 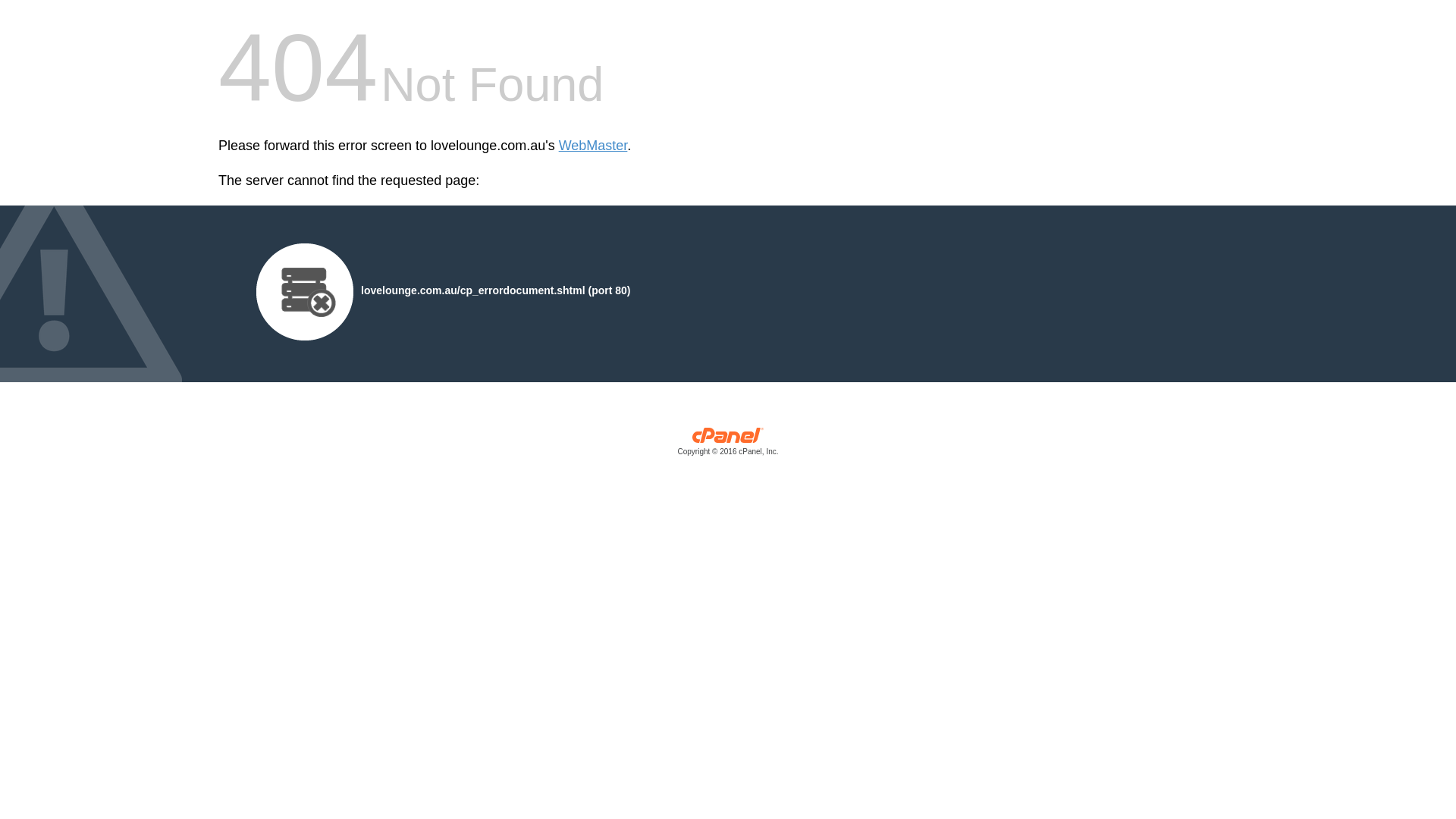 What do you see at coordinates (592, 146) in the screenshot?
I see `'WebMaster'` at bounding box center [592, 146].